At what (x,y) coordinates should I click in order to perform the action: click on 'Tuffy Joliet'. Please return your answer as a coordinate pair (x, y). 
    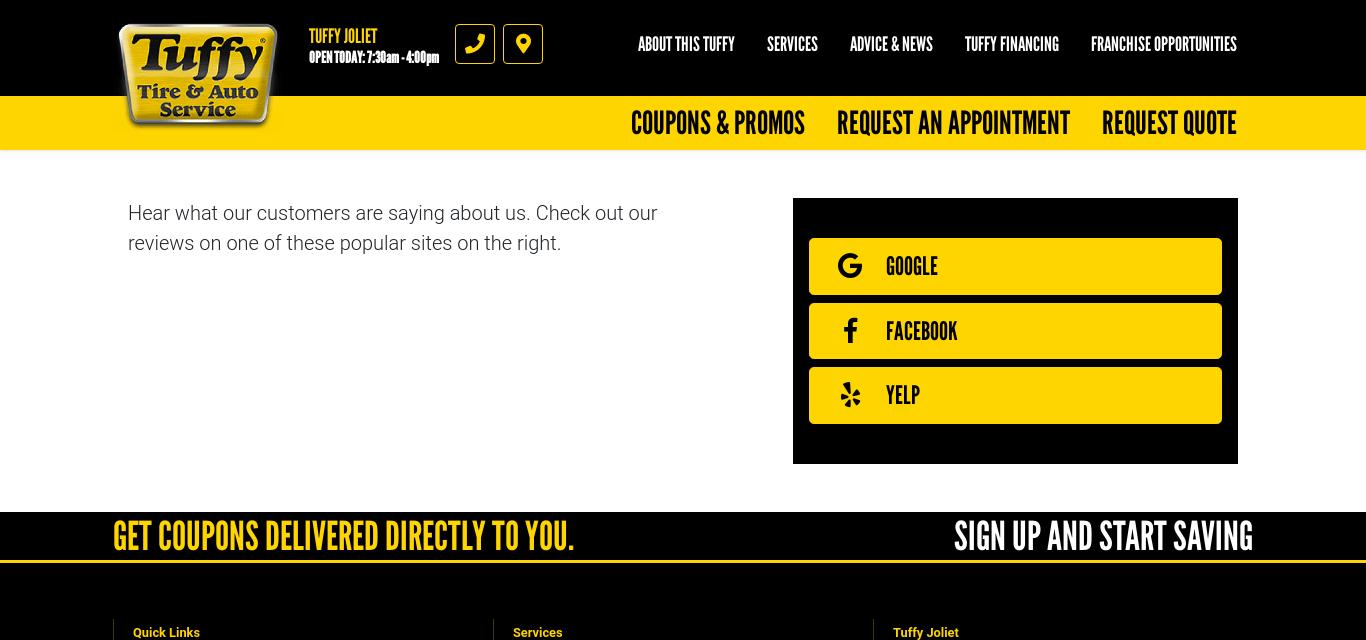
    Looking at the image, I should click on (925, 630).